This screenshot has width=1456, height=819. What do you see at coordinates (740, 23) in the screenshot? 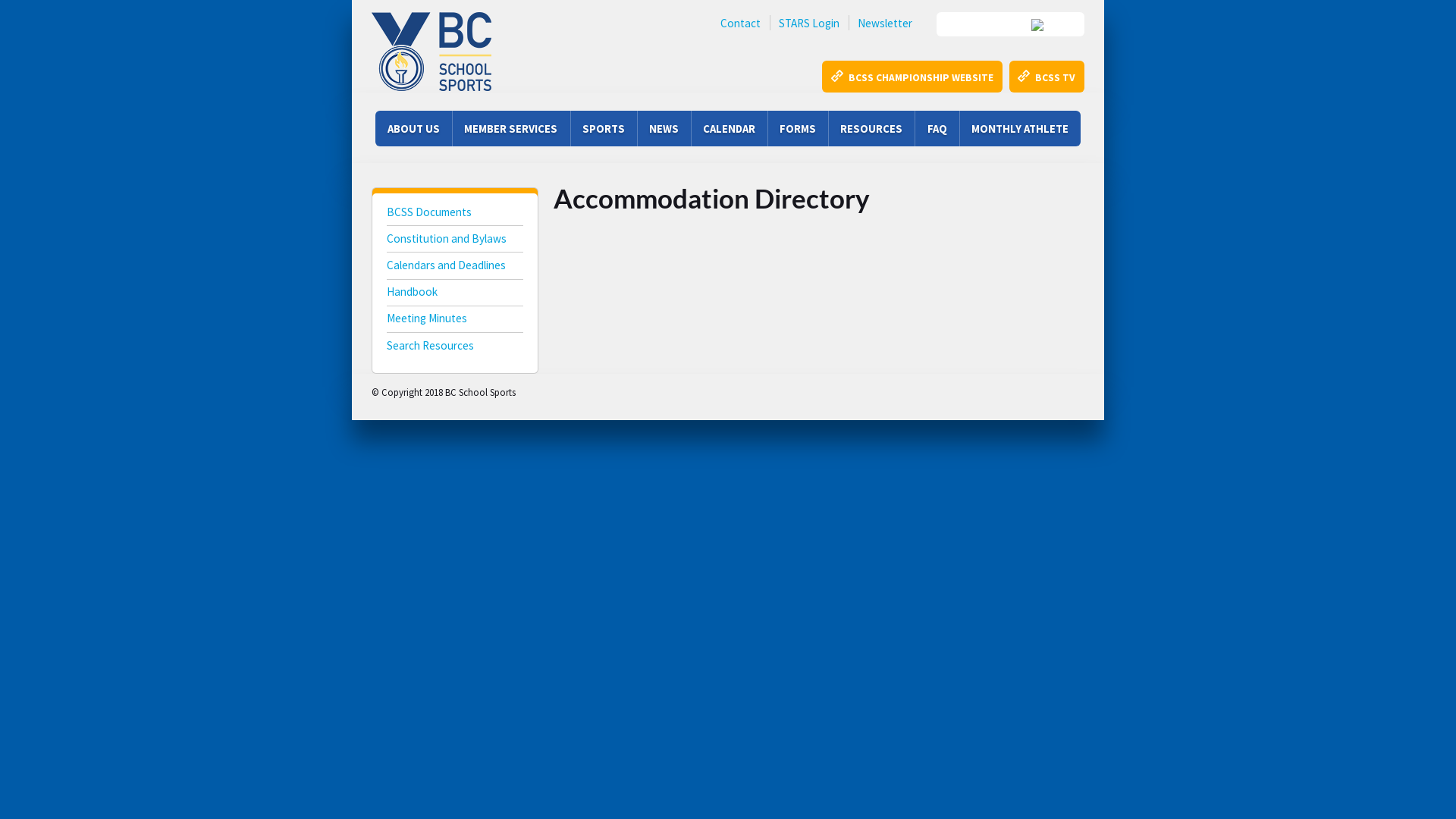
I see `'Contact'` at bounding box center [740, 23].